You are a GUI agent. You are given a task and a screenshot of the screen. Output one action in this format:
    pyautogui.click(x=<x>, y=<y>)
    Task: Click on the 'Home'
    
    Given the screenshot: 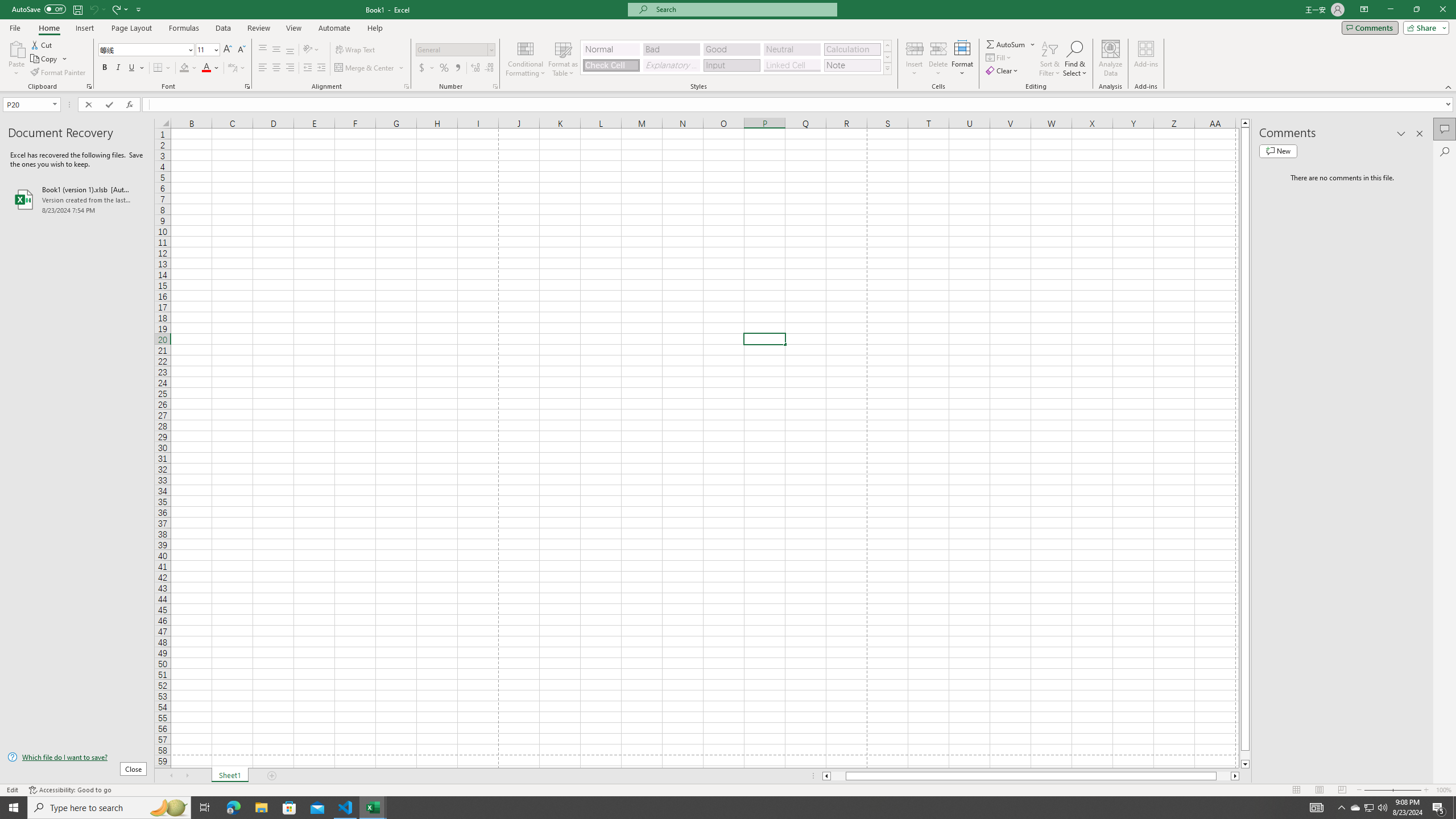 What is the action you would take?
    pyautogui.click(x=48, y=28)
    